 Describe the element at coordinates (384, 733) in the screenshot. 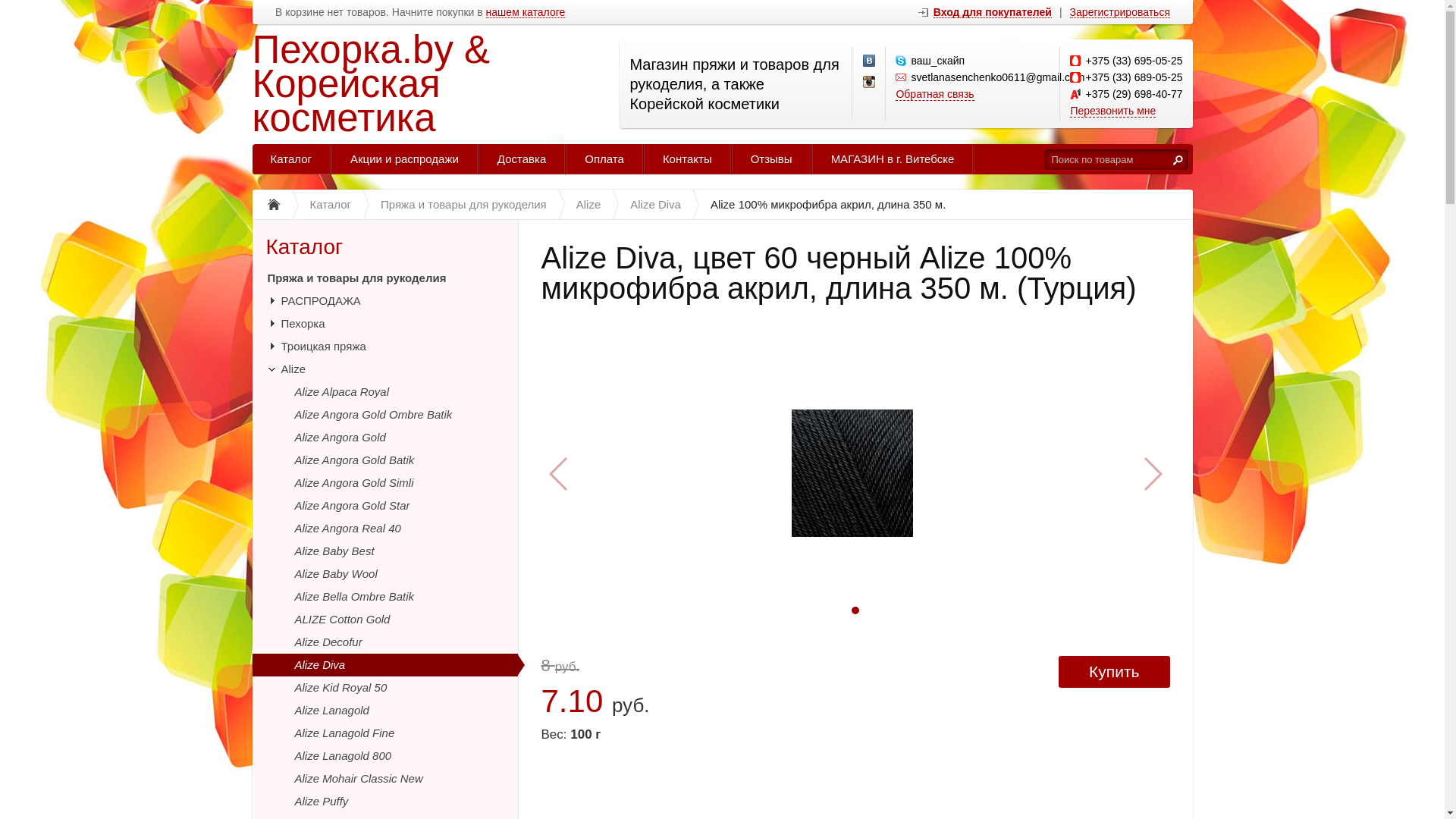

I see `'Alize Lanagold Fine'` at that location.